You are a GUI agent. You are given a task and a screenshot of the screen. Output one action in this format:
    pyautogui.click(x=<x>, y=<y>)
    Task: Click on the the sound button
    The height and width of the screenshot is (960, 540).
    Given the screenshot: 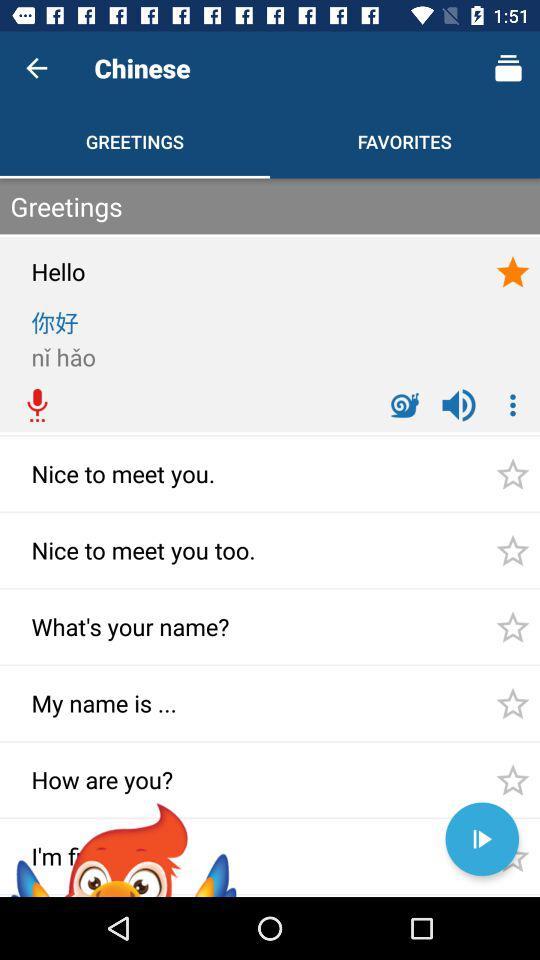 What is the action you would take?
    pyautogui.click(x=459, y=404)
    